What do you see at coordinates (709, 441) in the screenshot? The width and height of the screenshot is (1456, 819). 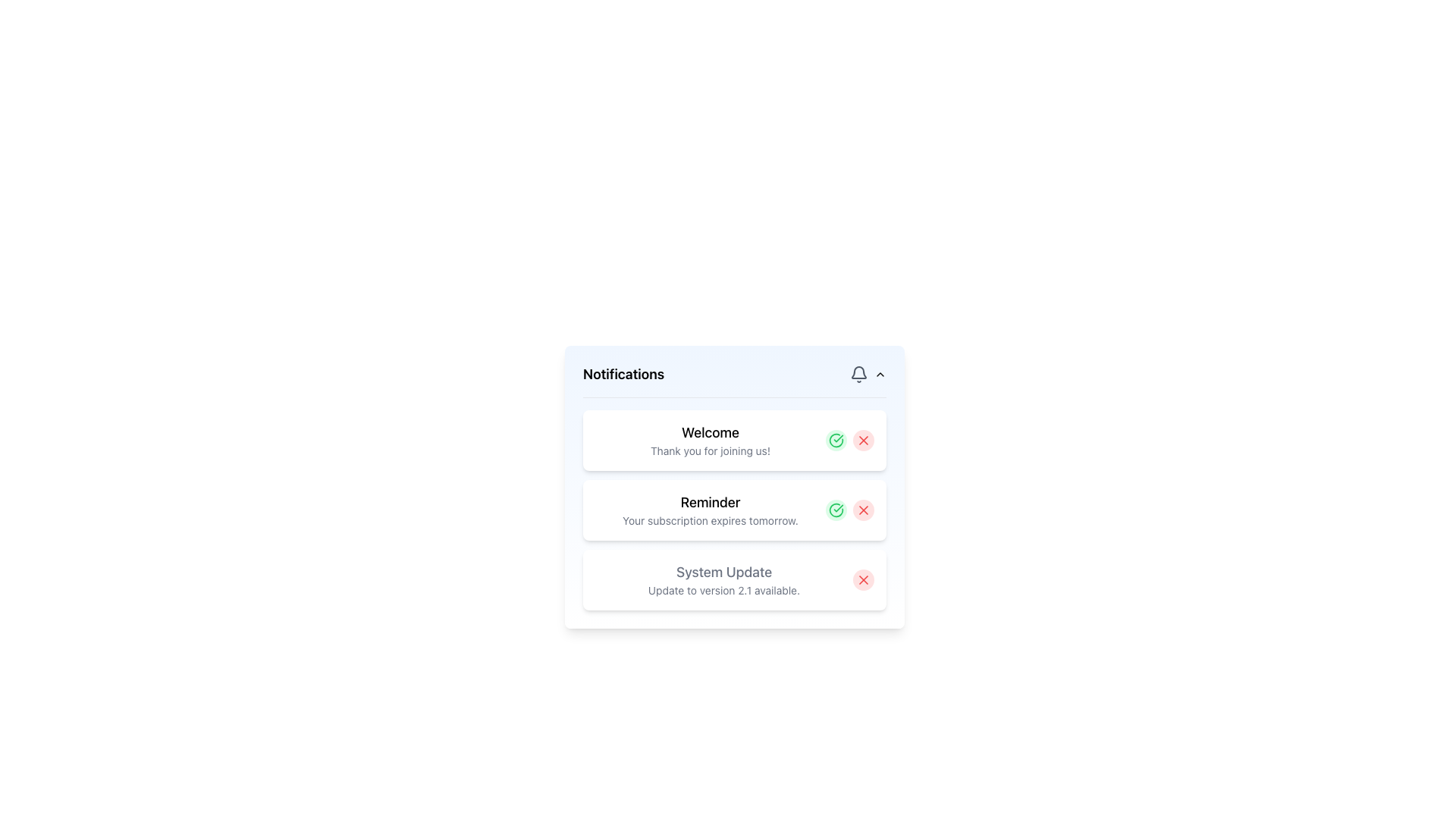 I see `the static text block that serves as a welcoming message, positioned below the 'Notifications' header and above the 'Reminder' notification` at bounding box center [709, 441].